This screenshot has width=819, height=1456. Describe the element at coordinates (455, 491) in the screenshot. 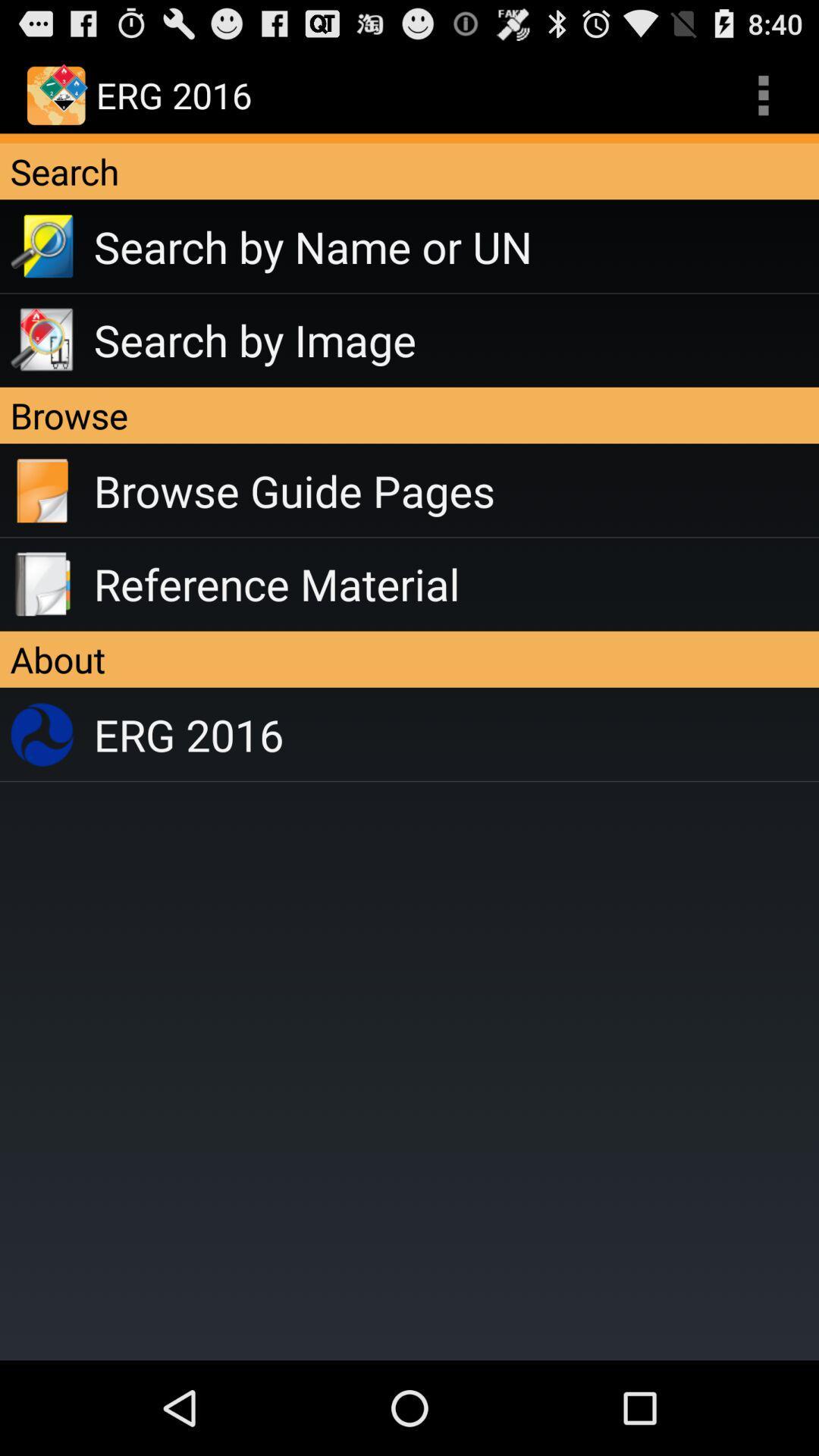

I see `icon above reference material` at that location.